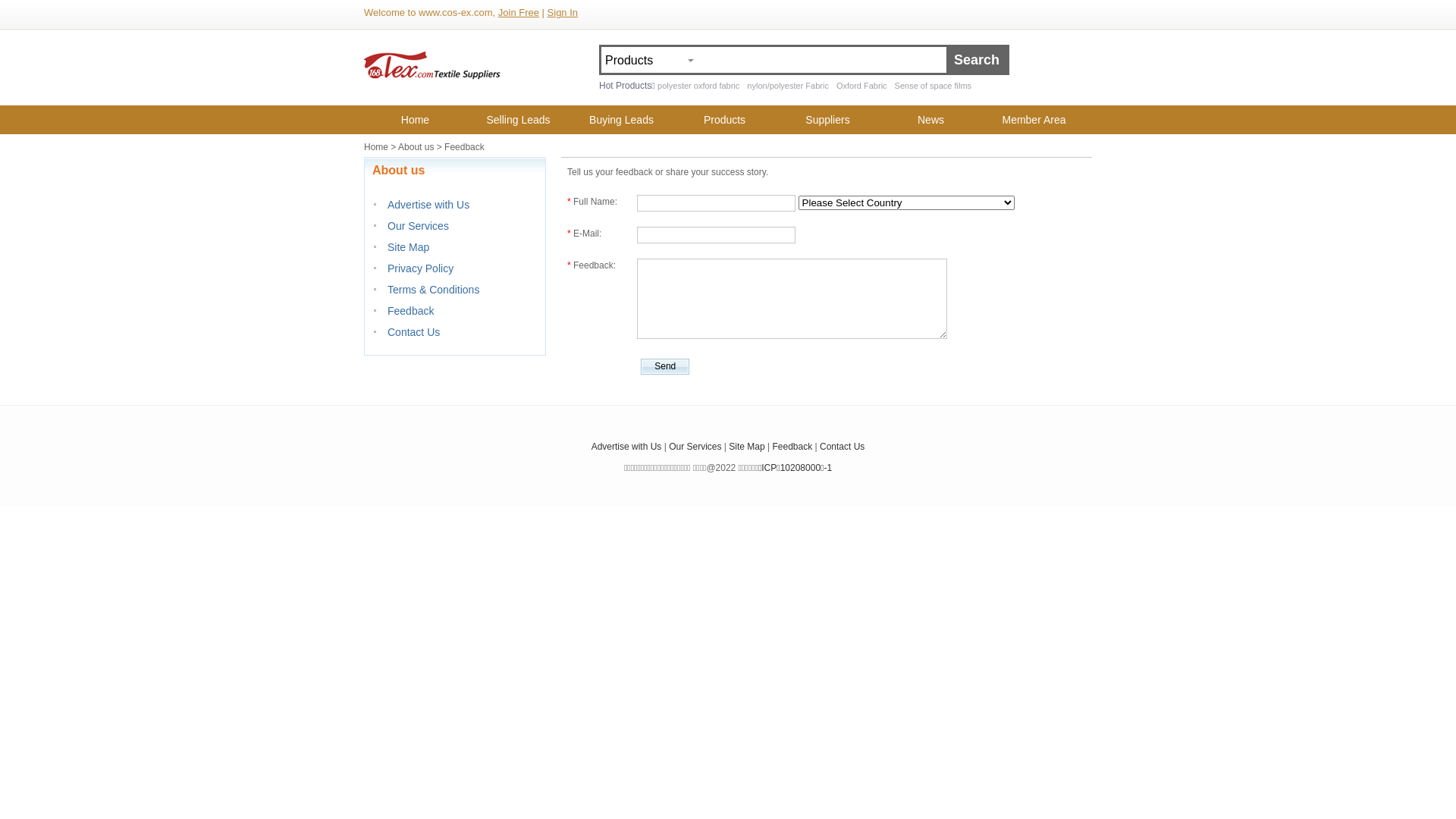 This screenshot has height=819, width=1456. What do you see at coordinates (698, 85) in the screenshot?
I see `'polyester oxford fabric'` at bounding box center [698, 85].